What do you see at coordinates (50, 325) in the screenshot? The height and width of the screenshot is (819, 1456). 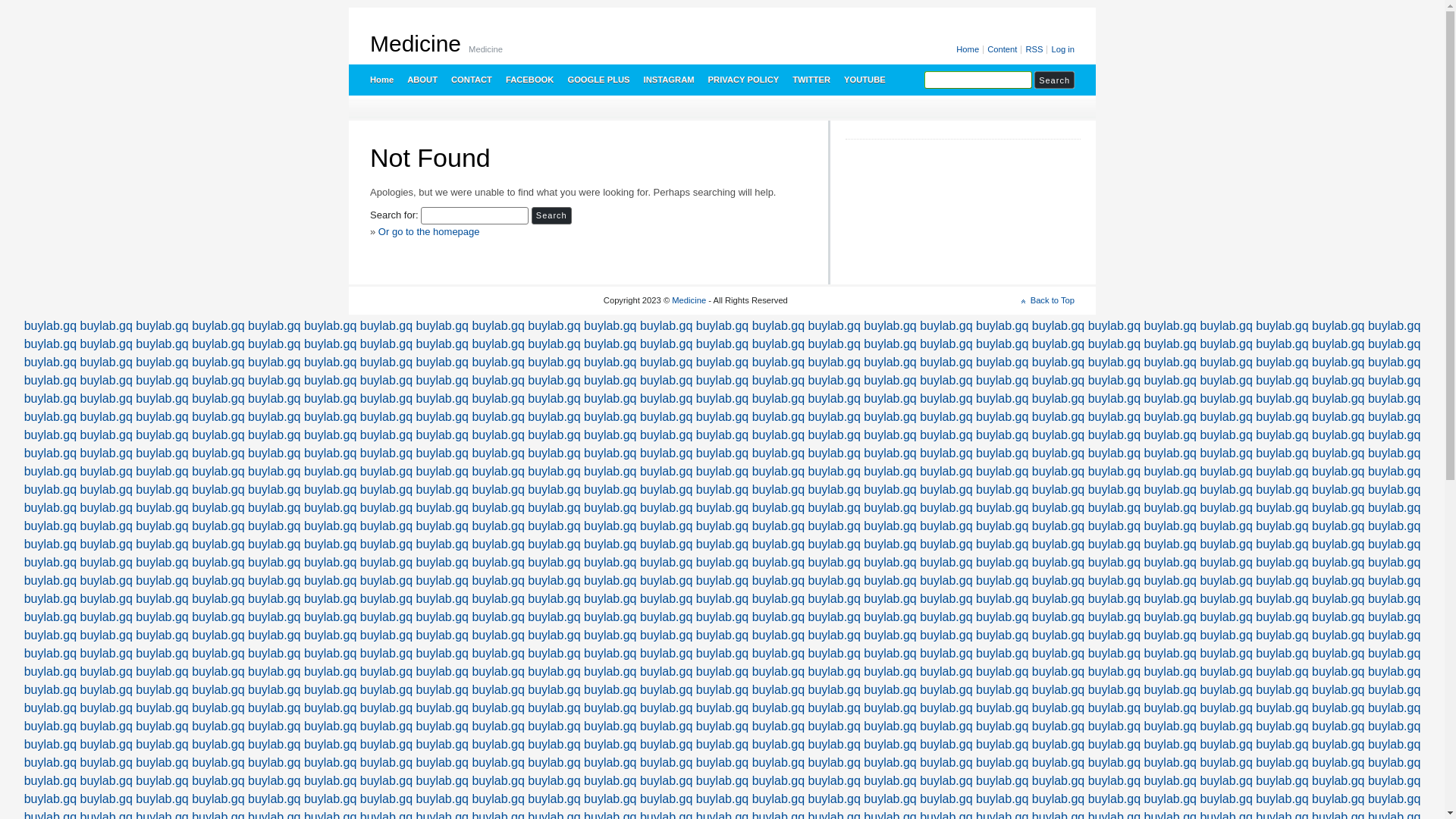 I see `'buylab.gq'` at bounding box center [50, 325].